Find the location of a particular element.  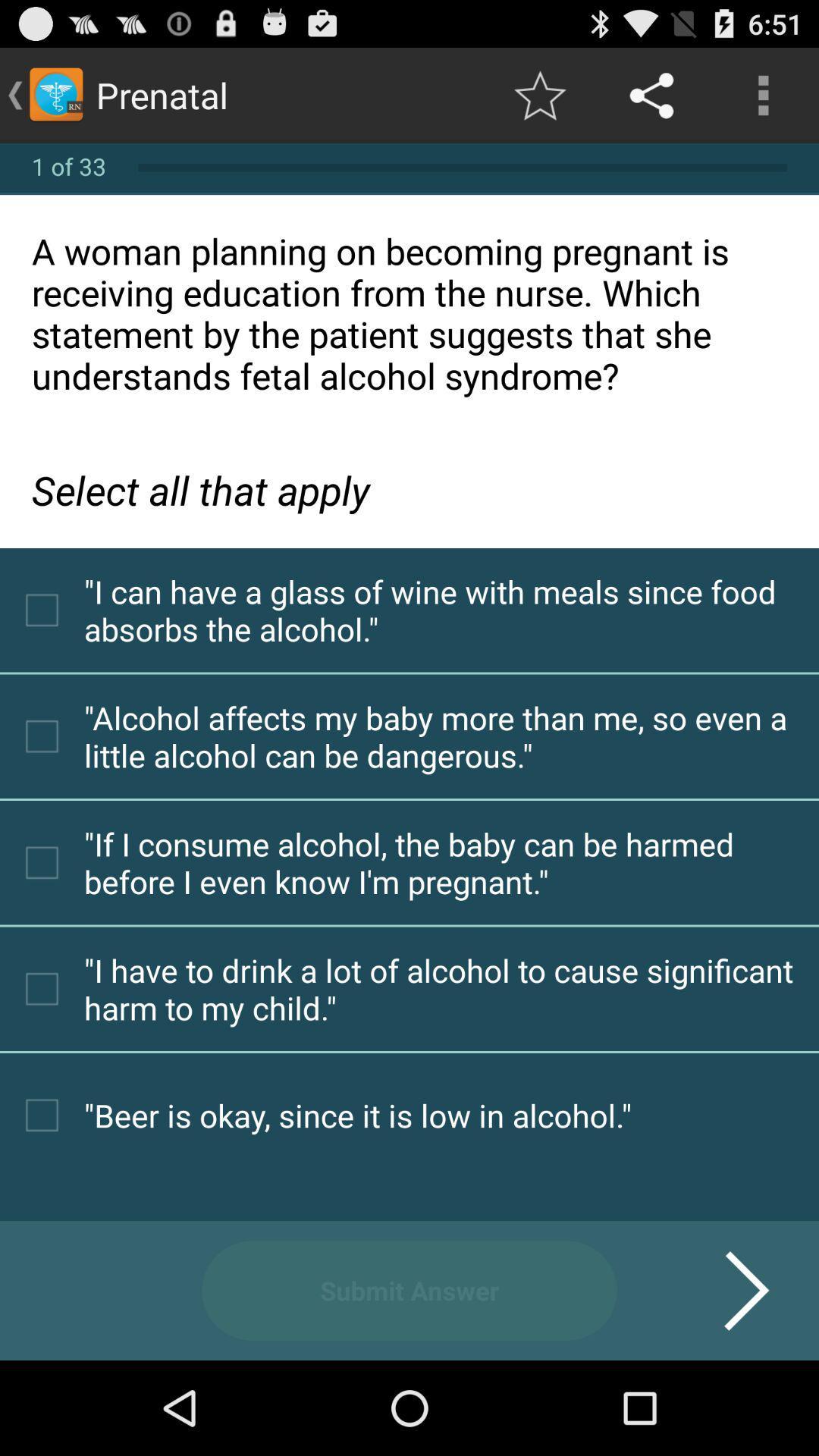

the arrow_forward icon is located at coordinates (727, 1381).